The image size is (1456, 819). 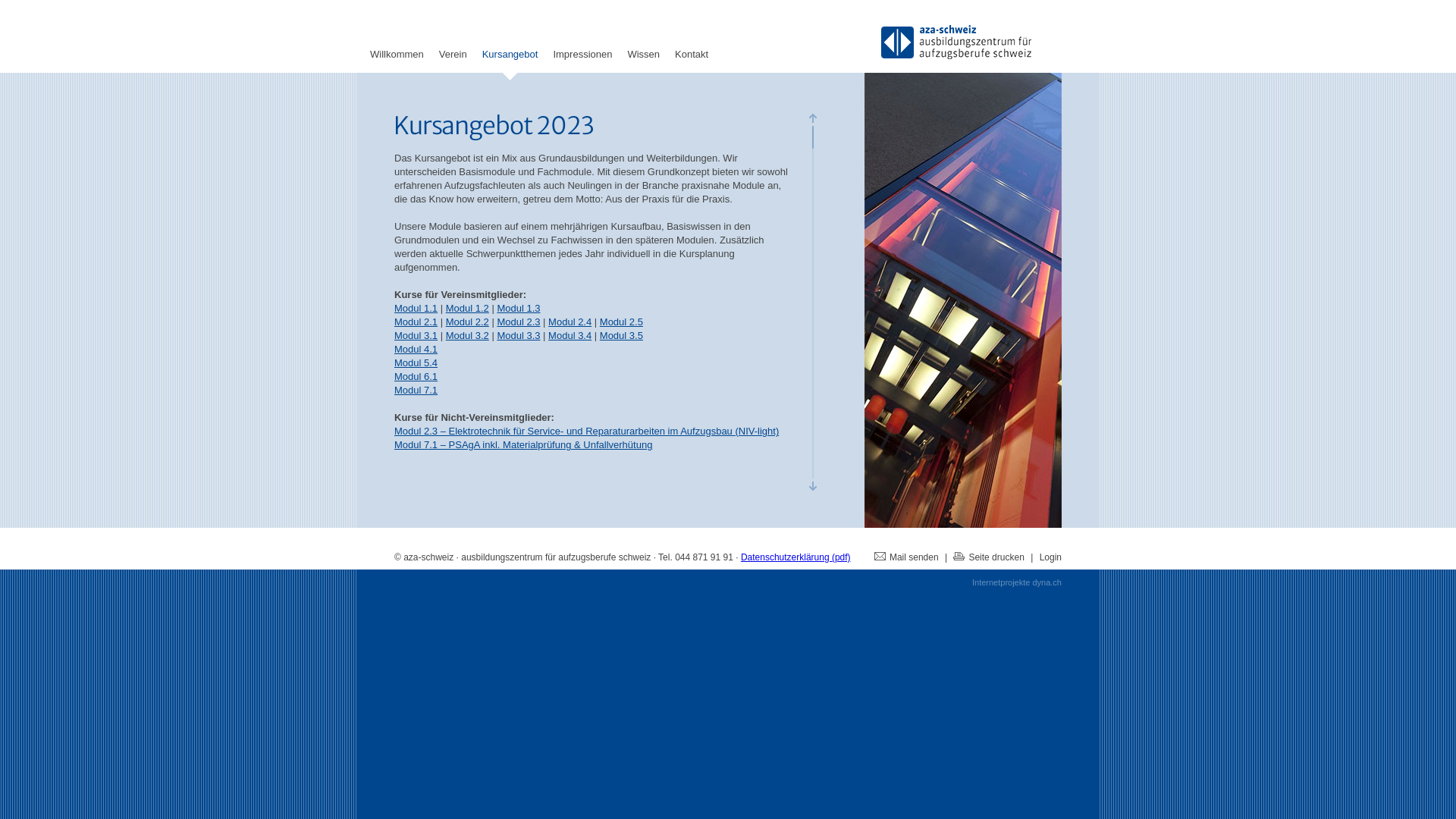 What do you see at coordinates (496, 321) in the screenshot?
I see `'Modul 2.3'` at bounding box center [496, 321].